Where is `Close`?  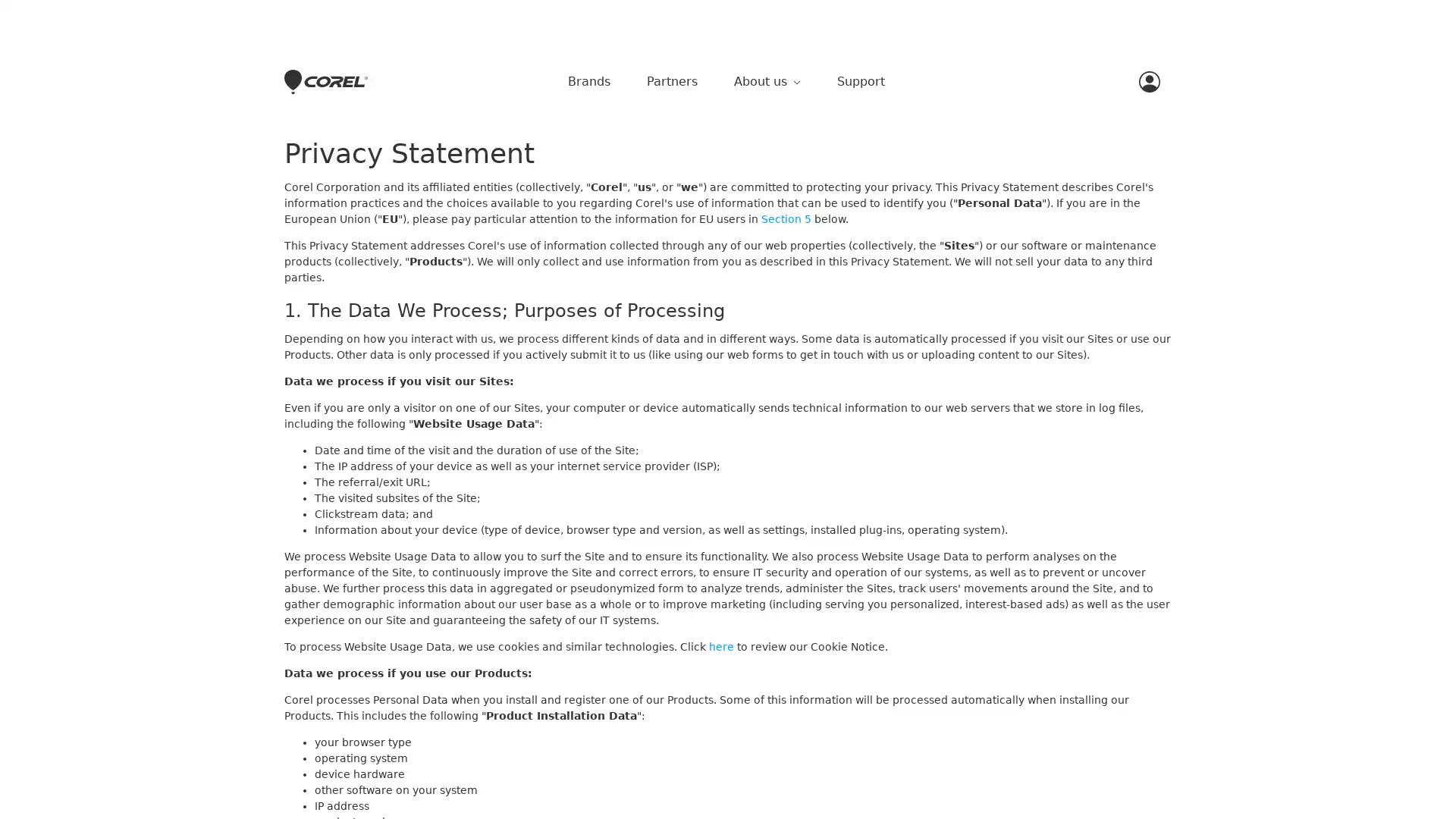
Close is located at coordinates (1430, 772).